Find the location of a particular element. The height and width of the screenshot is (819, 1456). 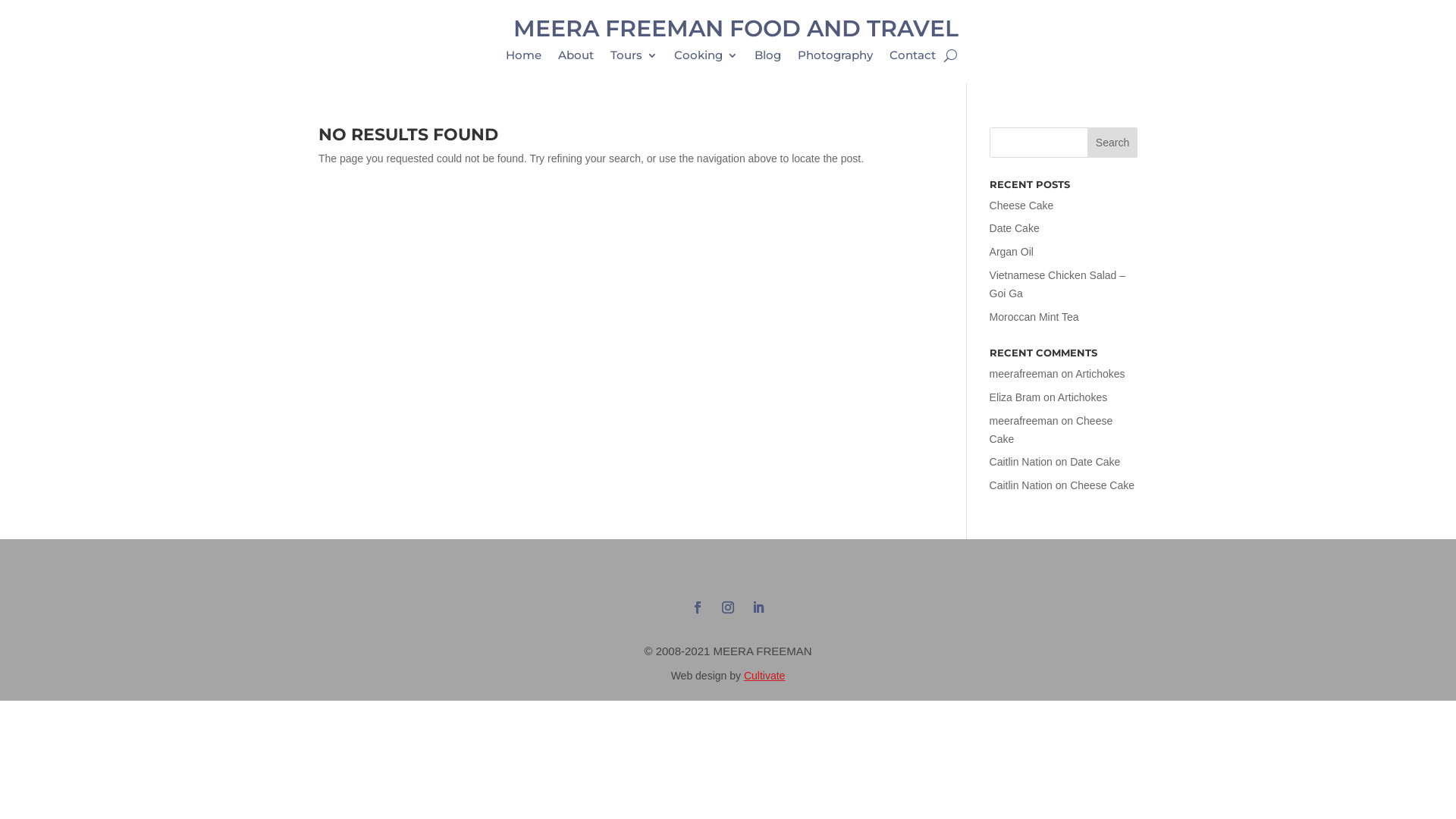

'Follow on LinkedIn' is located at coordinates (758, 607).